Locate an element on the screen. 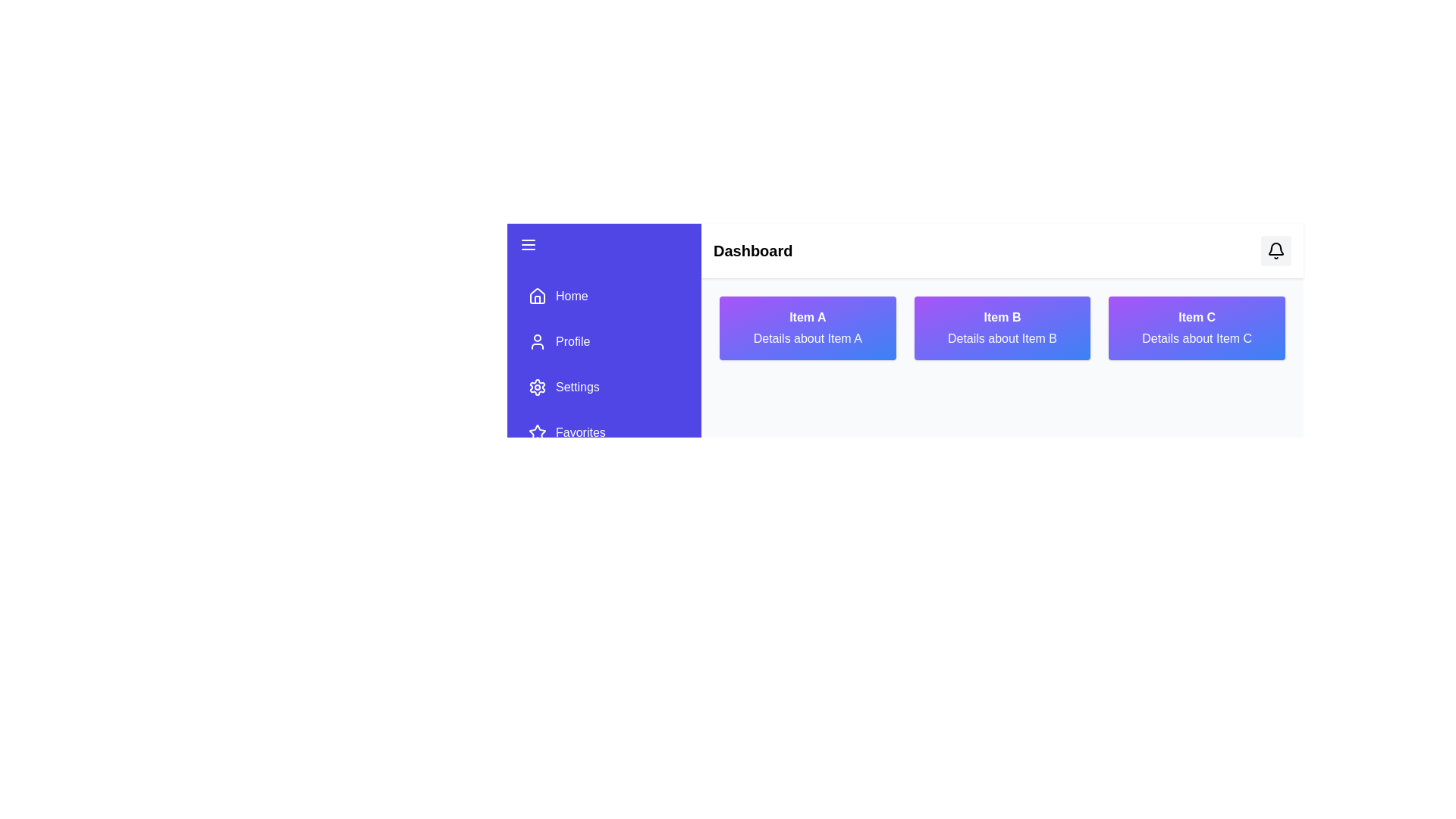 The height and width of the screenshot is (819, 1456). the text label that provides supplementary information about 'Item B', located below the 'Item B' text in the second card of a row of three cards is located at coordinates (1002, 338).